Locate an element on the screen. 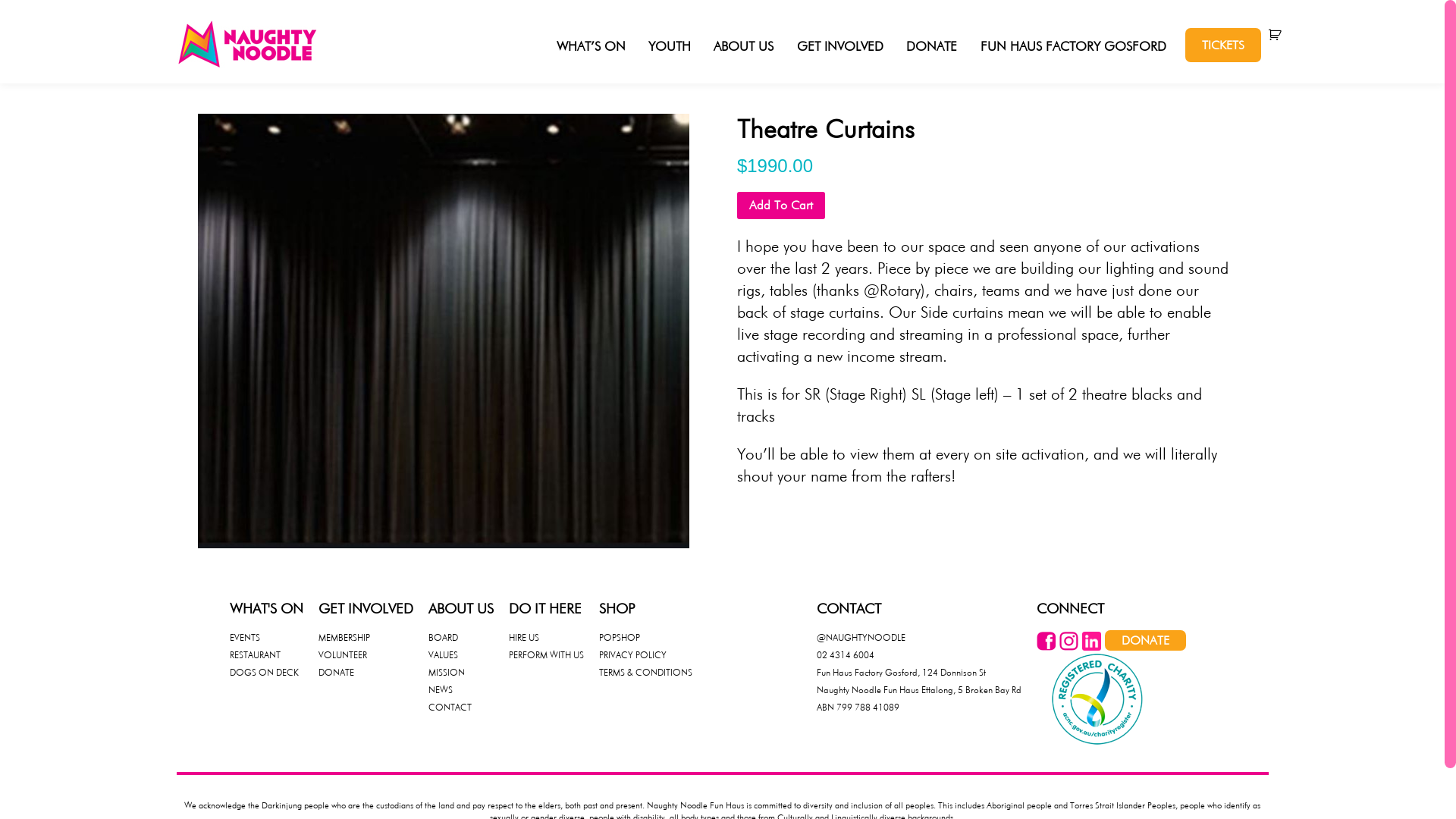  'EVENTS' is located at coordinates (243, 637).